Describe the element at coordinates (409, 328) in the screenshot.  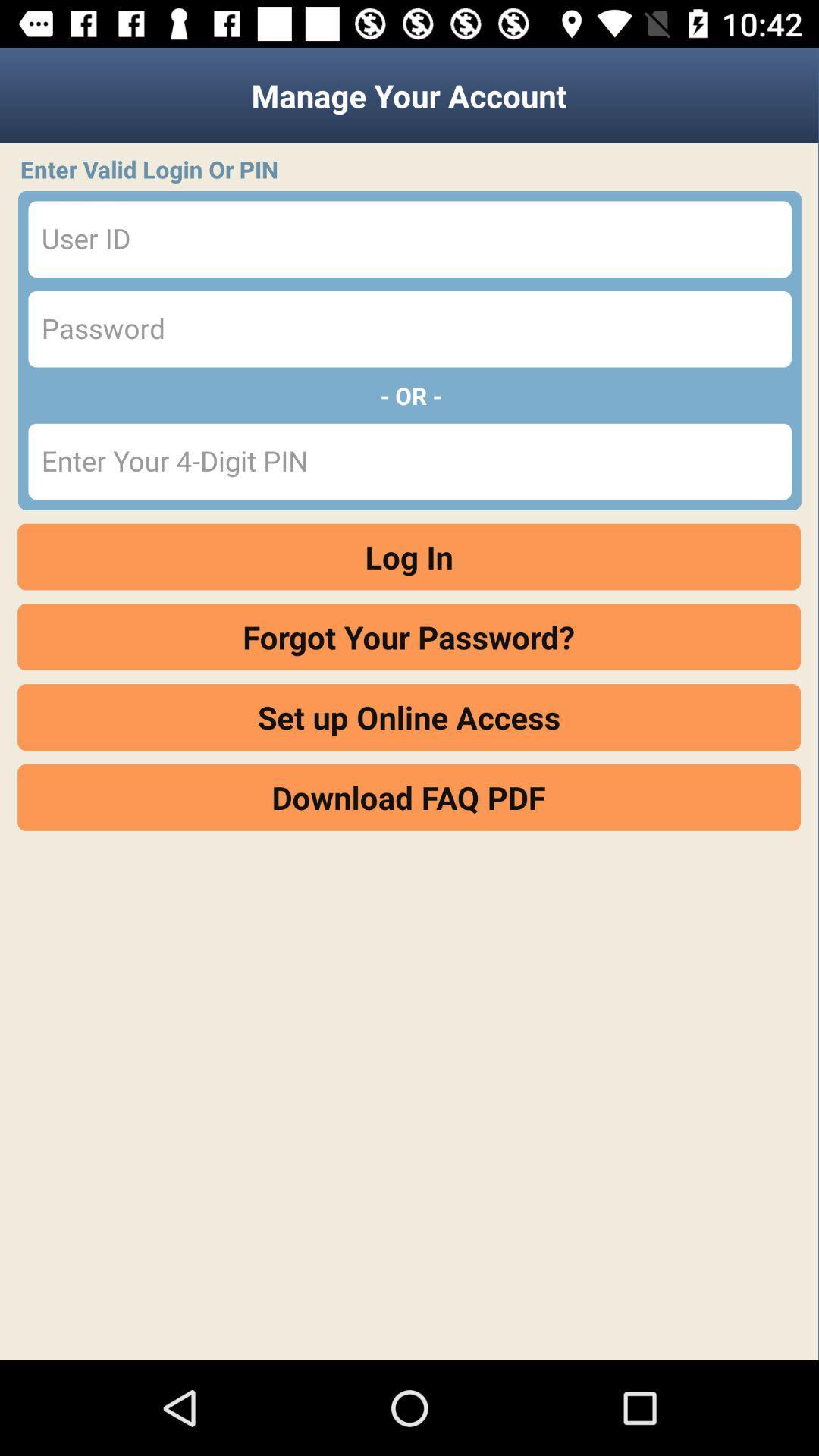
I see `password` at that location.